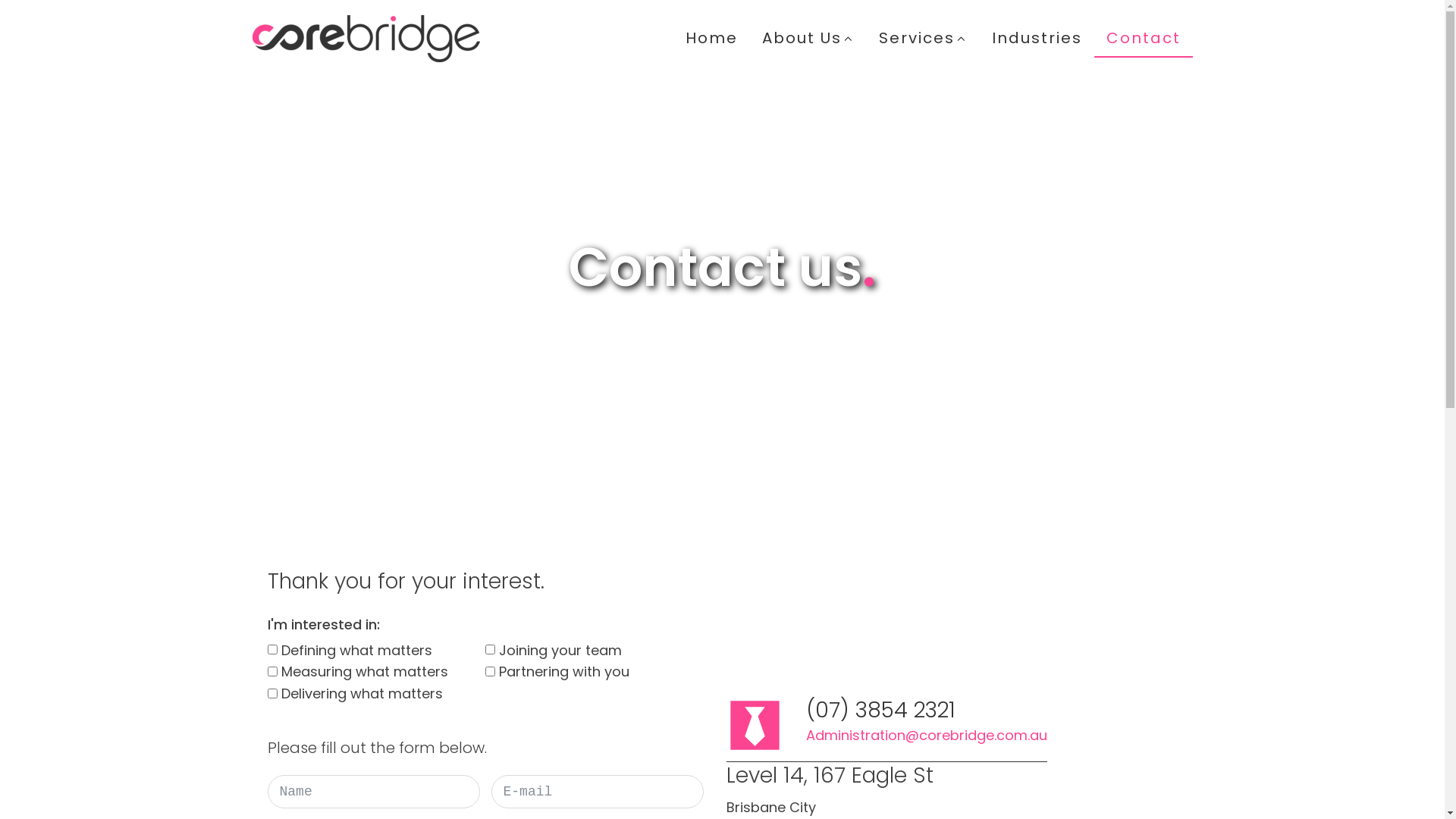 Image resolution: width=1456 pixels, height=819 pixels. What do you see at coordinates (804, 711) in the screenshot?
I see `'(07) 3854 2321'` at bounding box center [804, 711].